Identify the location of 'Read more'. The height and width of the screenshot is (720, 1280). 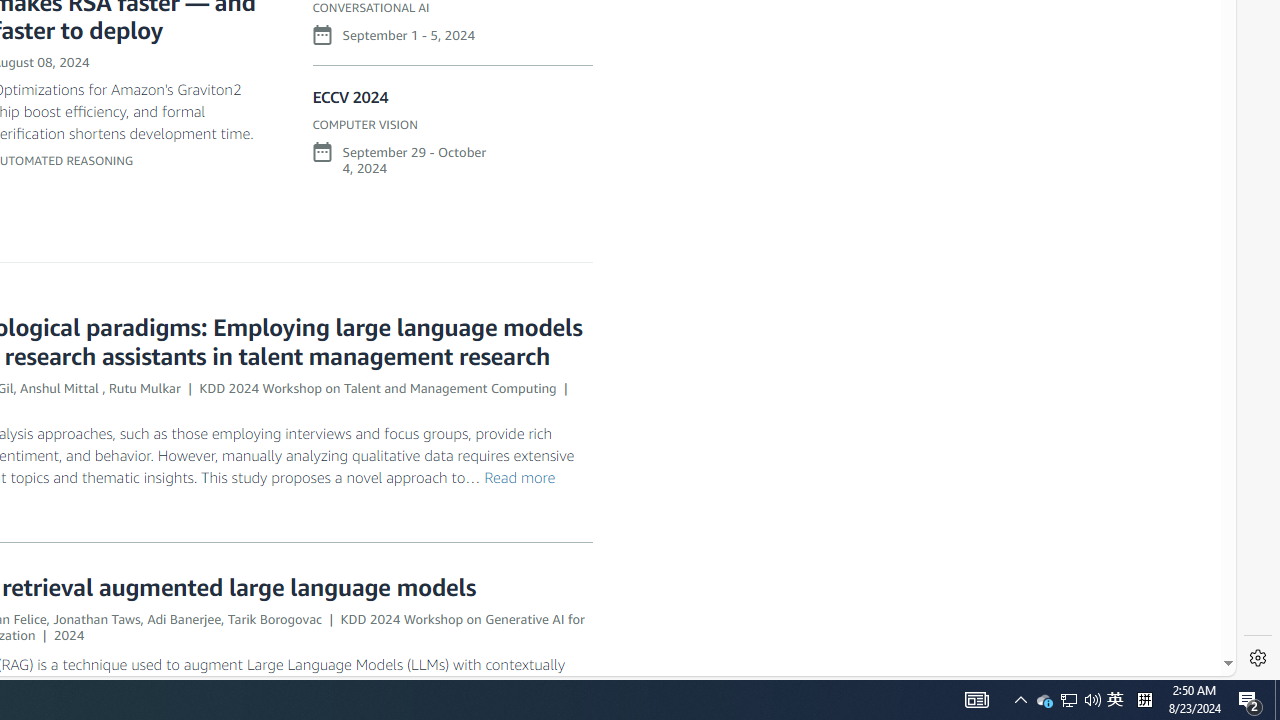
(519, 476).